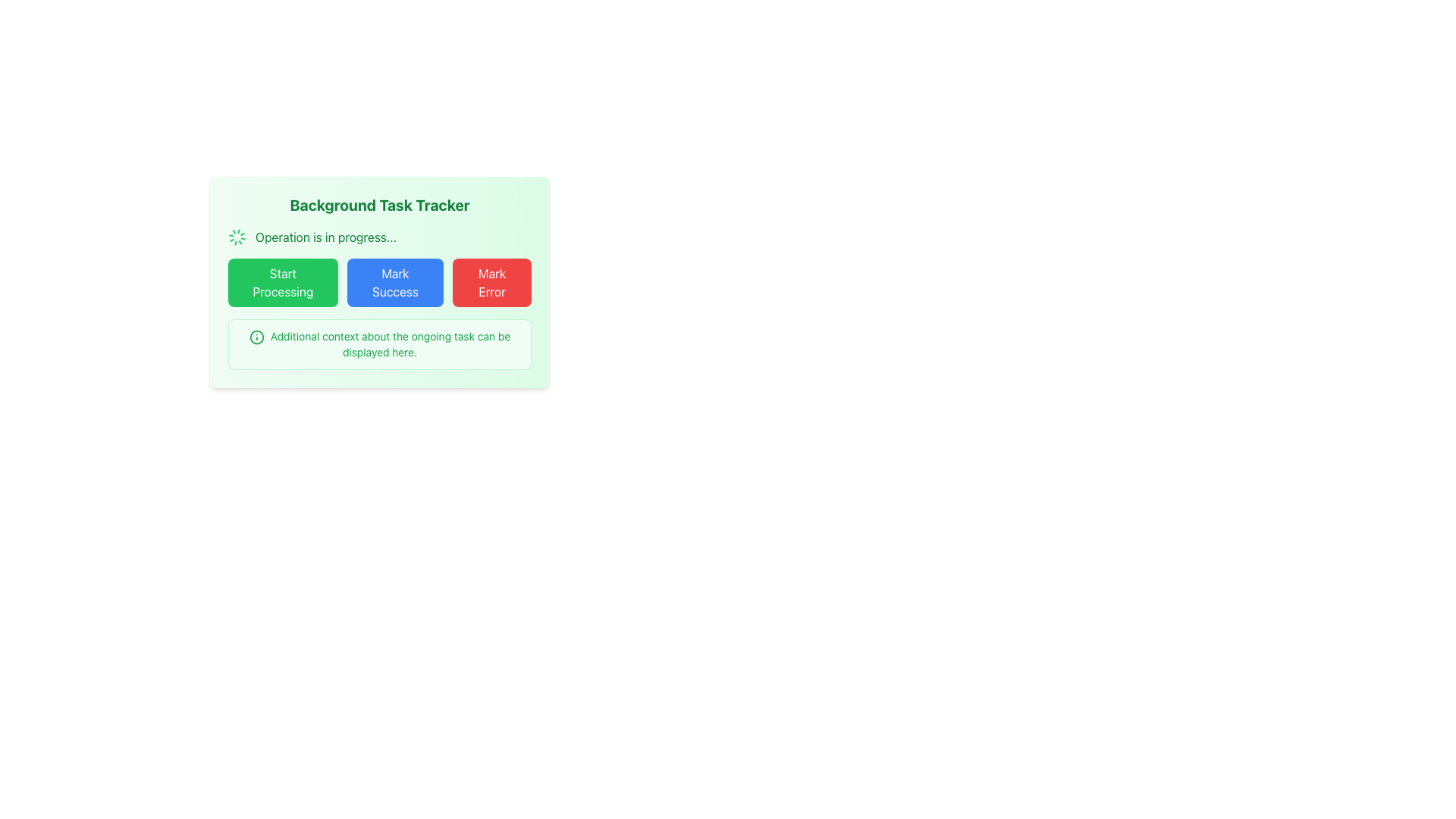 The height and width of the screenshot is (819, 1456). What do you see at coordinates (325, 237) in the screenshot?
I see `status message from the Text Label located beneath the main header and to the right of the spinning loader icon` at bounding box center [325, 237].